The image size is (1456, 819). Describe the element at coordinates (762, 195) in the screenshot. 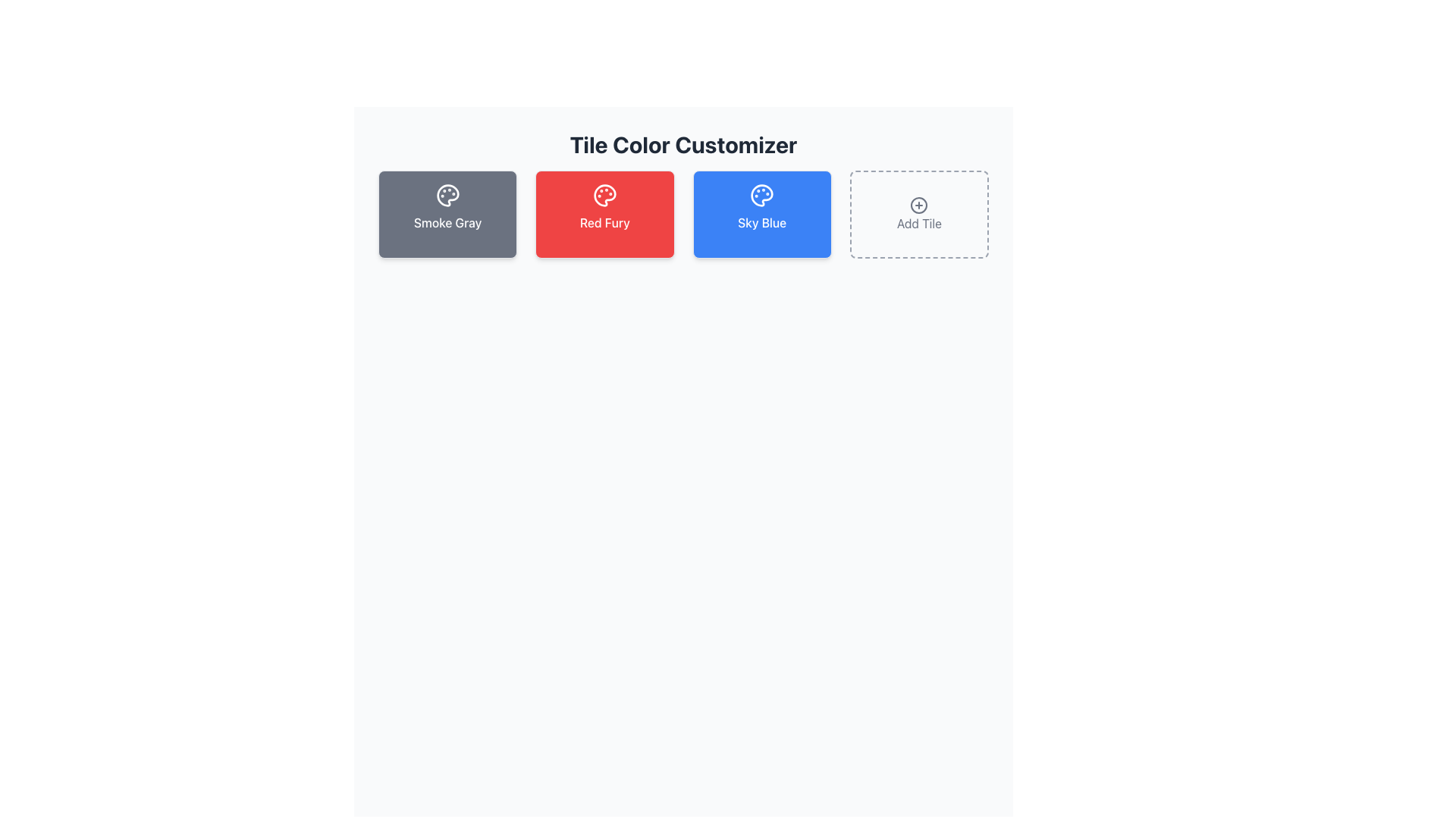

I see `the color palette icon located in the center-top region of the 'Sky Blue' tile, which is the third tile in the color customizer section` at that location.